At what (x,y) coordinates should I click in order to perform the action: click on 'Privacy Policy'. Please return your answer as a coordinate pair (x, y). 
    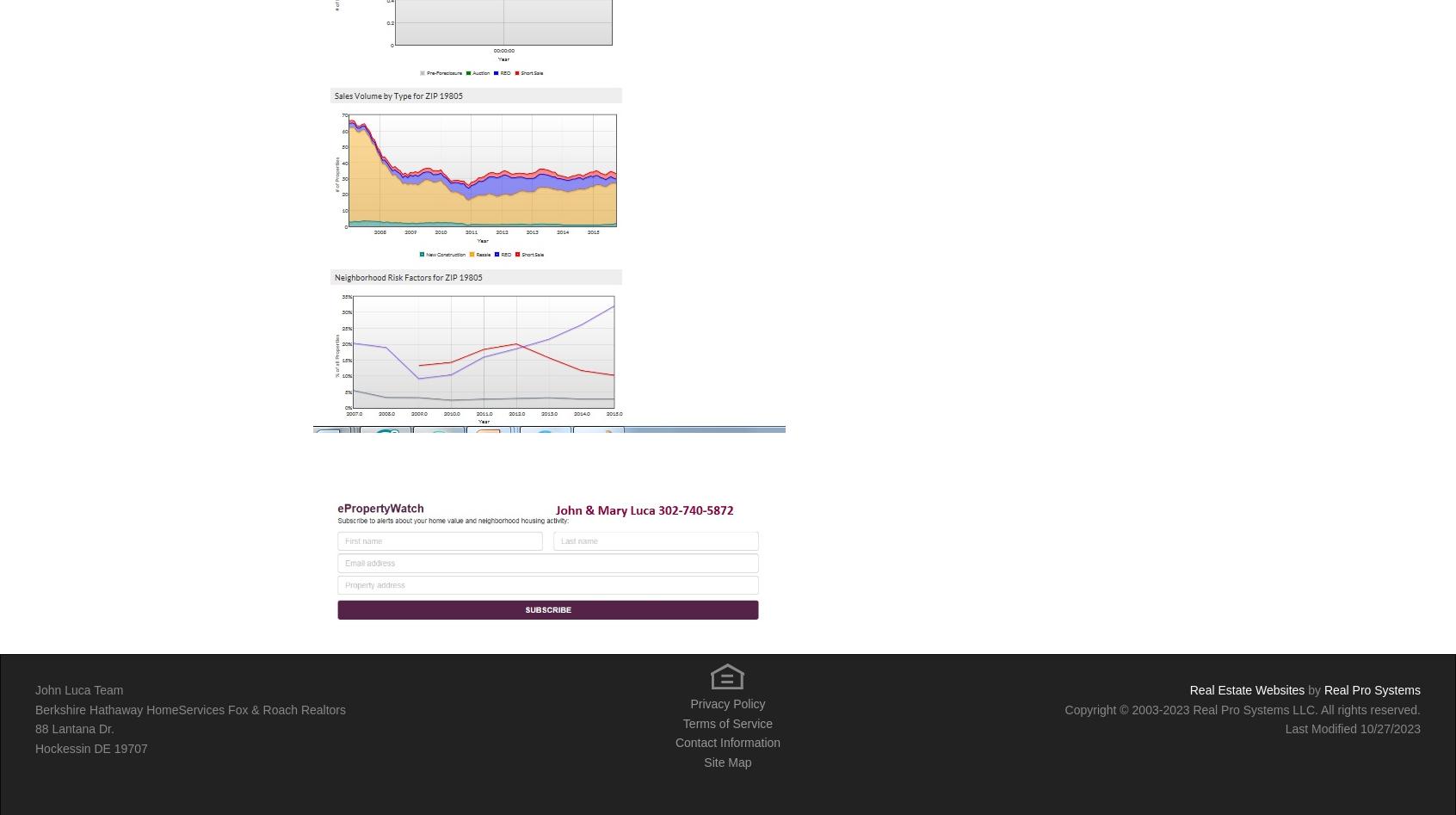
    Looking at the image, I should click on (690, 704).